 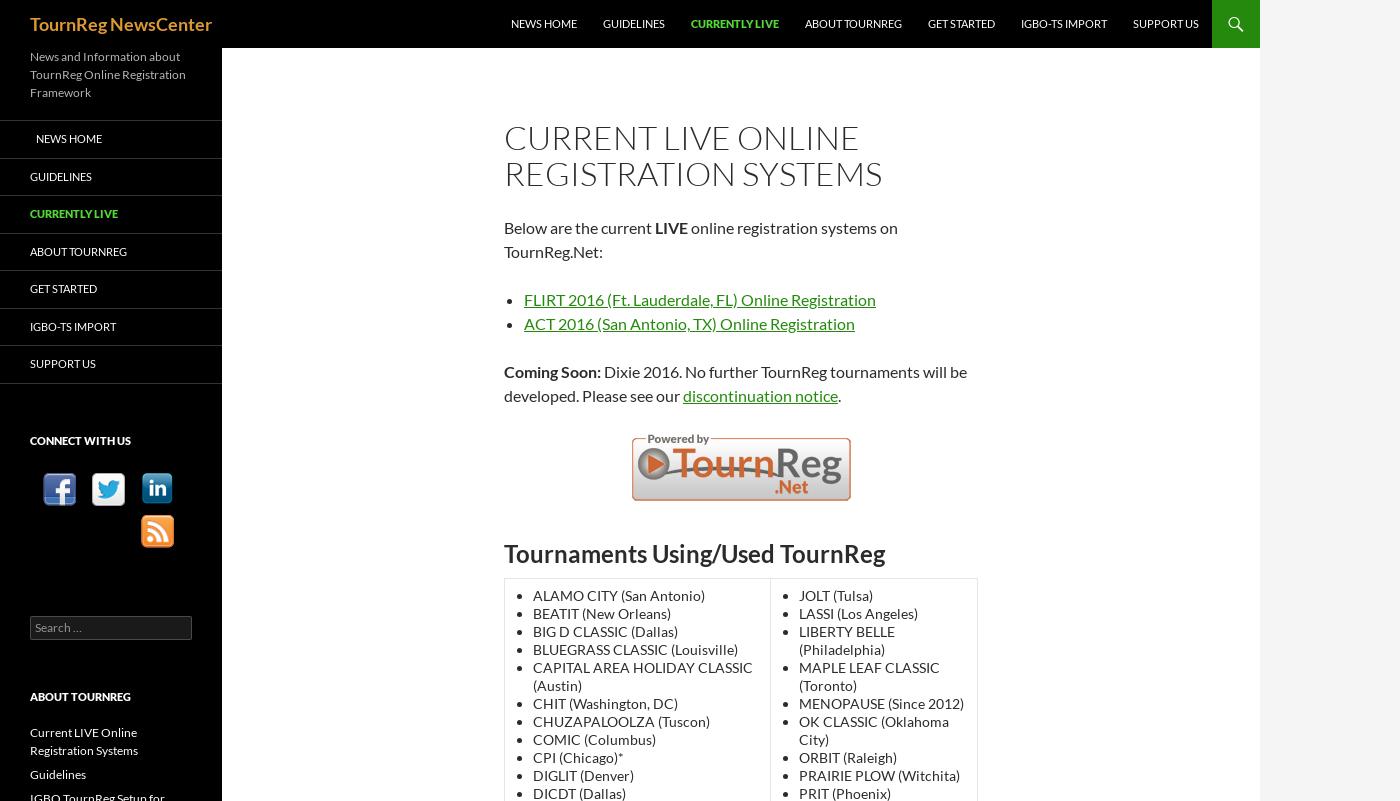 What do you see at coordinates (635, 648) in the screenshot?
I see `'BLUEGRASS CLASSIC (Louisville)'` at bounding box center [635, 648].